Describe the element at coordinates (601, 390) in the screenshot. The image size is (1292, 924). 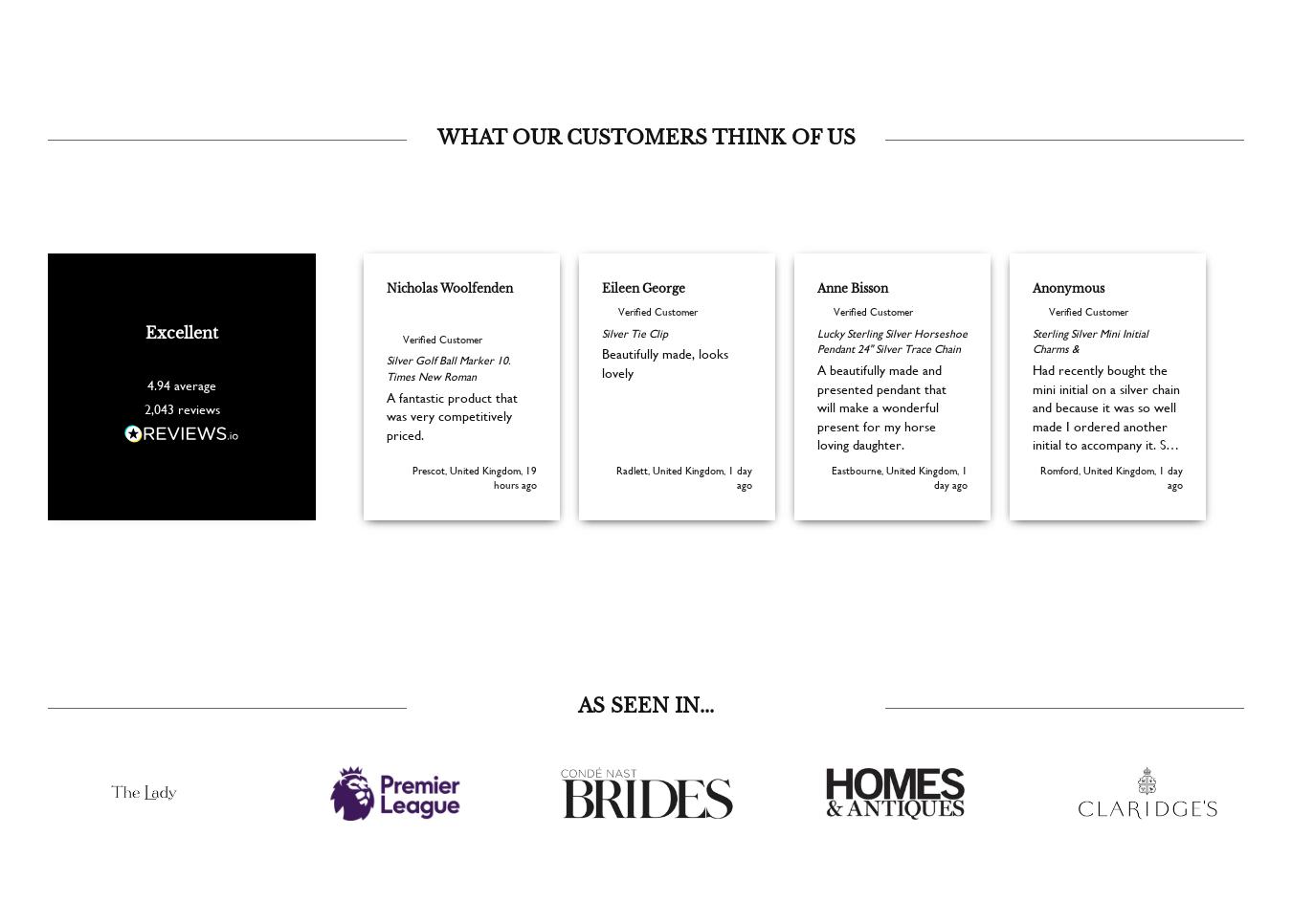
I see `'Beautifully made, looks lovely'` at that location.